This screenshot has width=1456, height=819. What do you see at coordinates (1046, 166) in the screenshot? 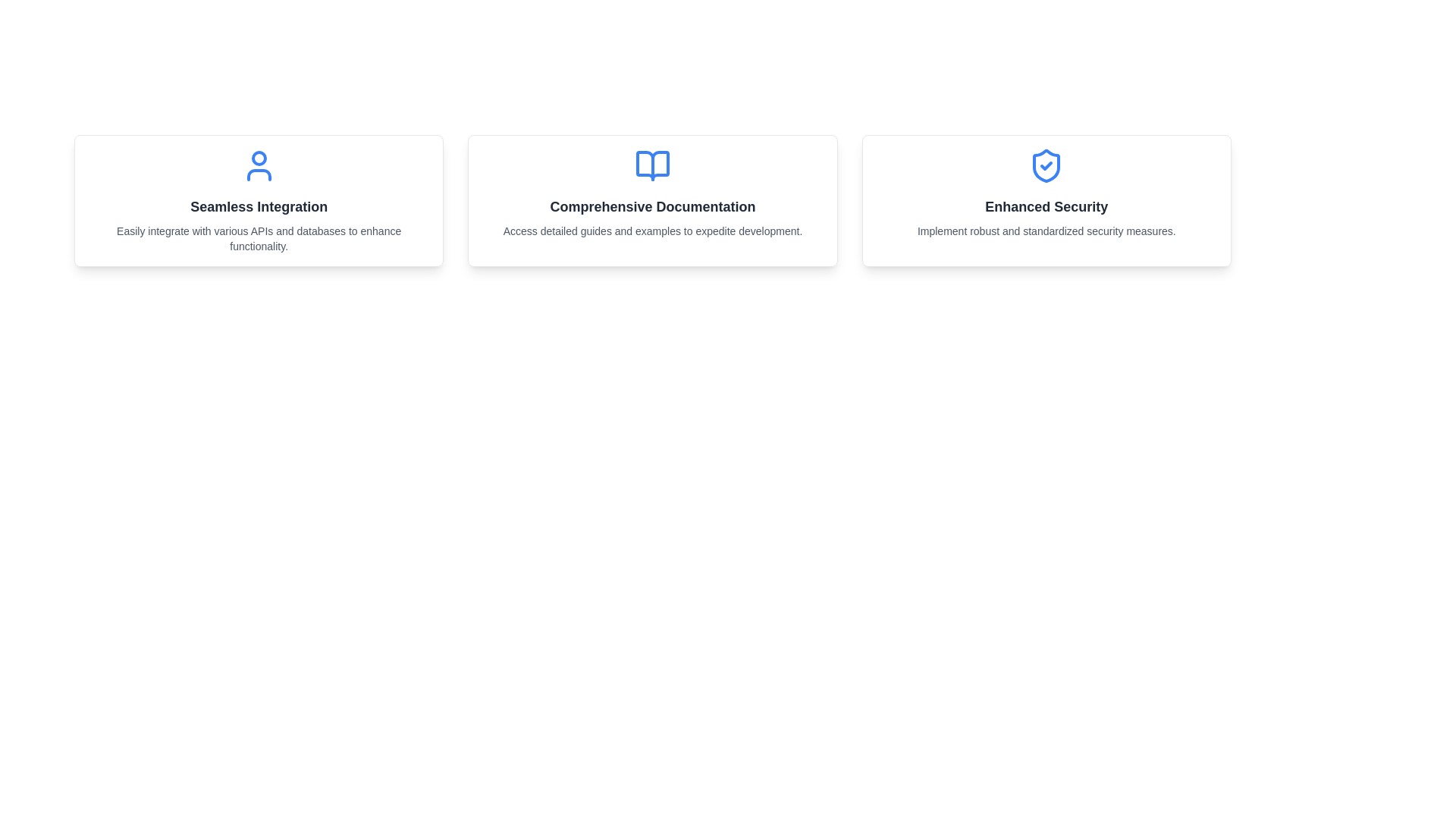
I see `the 'Enhanced Security' icon located in the third block of the feature cards, which visually reinforces the concept of enhanced security` at bounding box center [1046, 166].